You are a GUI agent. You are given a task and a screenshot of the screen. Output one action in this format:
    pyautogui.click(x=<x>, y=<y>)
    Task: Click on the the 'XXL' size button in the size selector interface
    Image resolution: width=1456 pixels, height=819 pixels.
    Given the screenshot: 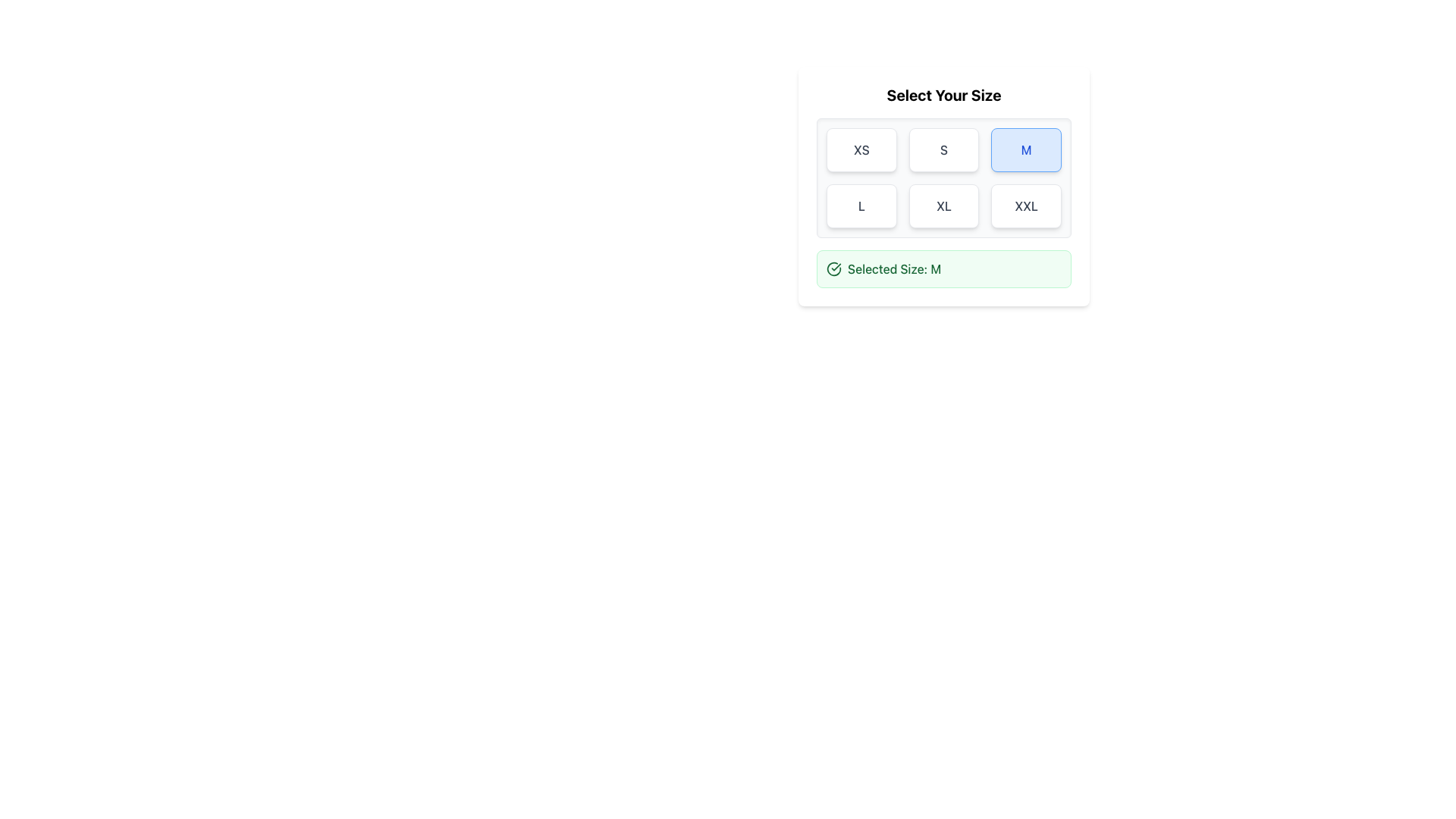 What is the action you would take?
    pyautogui.click(x=1026, y=206)
    